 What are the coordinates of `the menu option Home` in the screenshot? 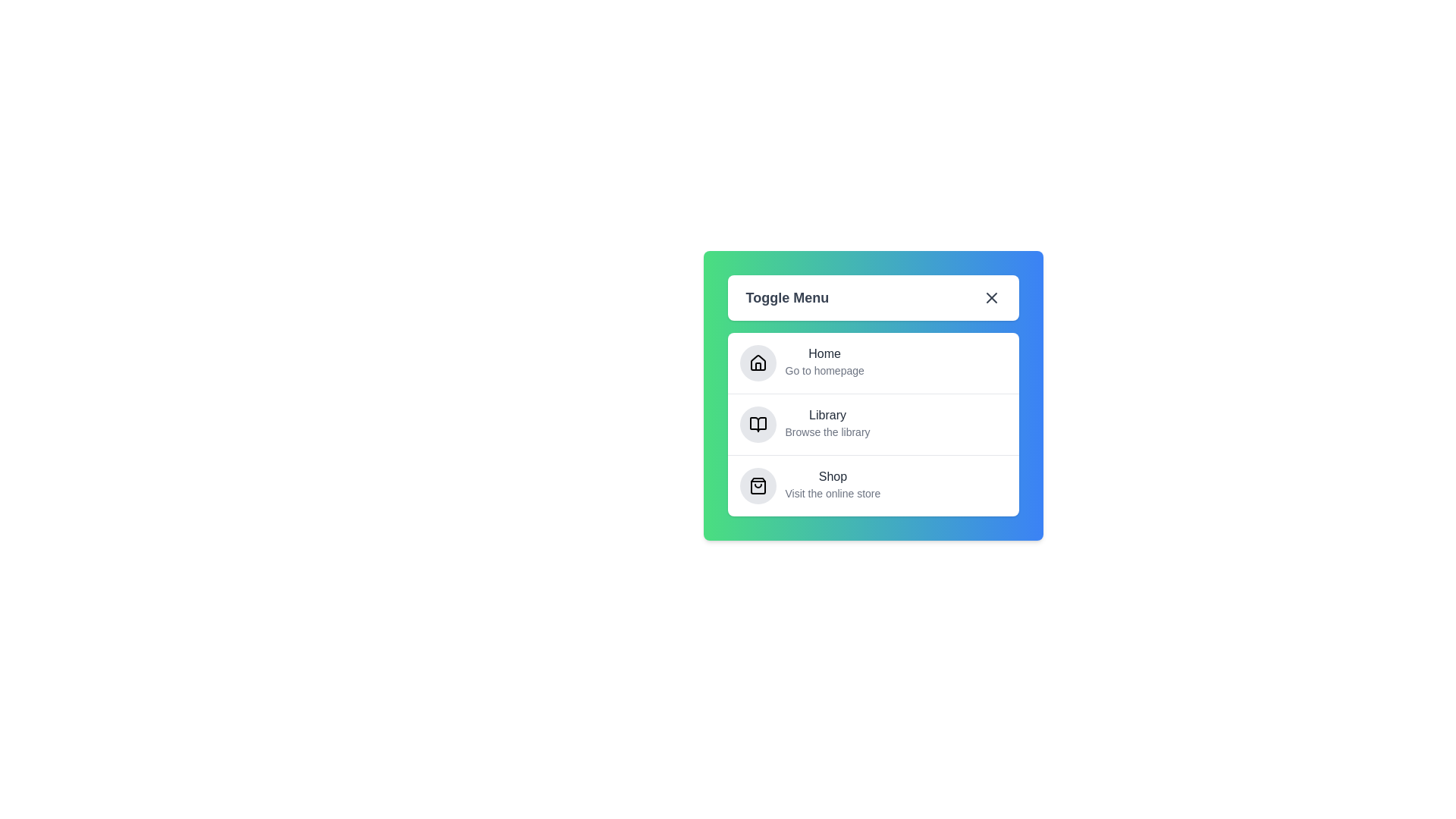 It's located at (833, 356).